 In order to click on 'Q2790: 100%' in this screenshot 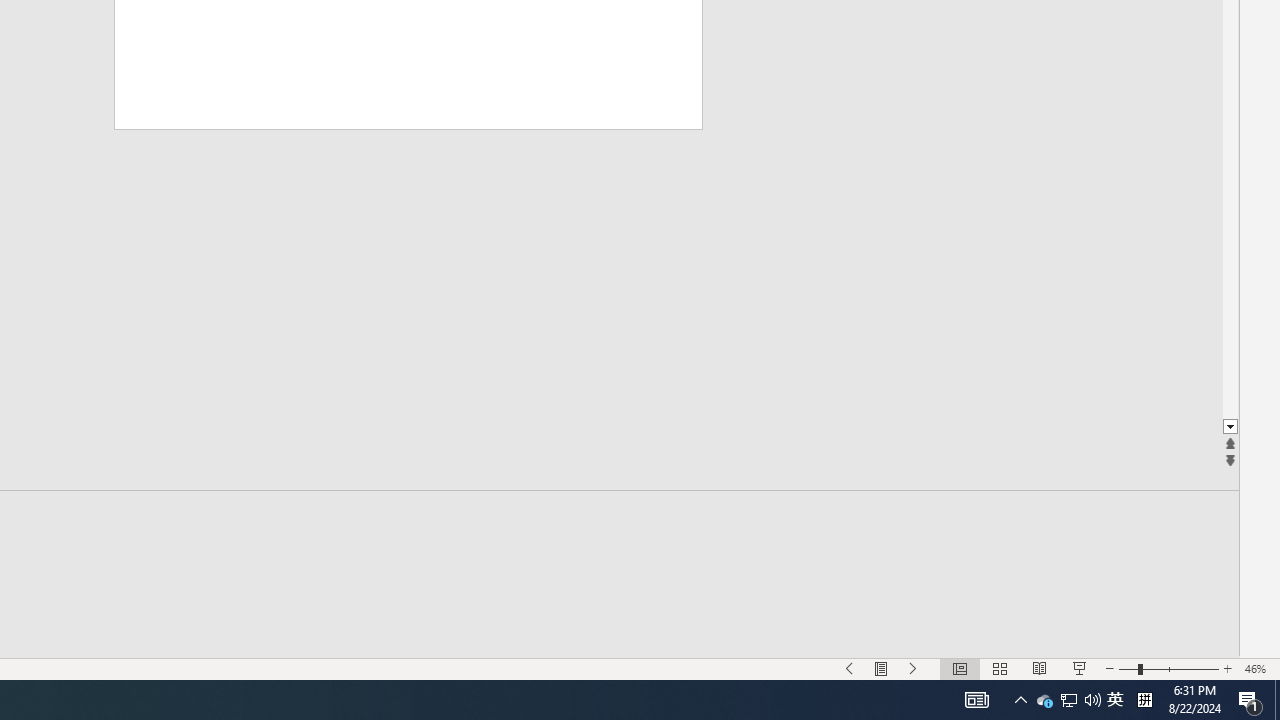, I will do `click(1144, 698)`.